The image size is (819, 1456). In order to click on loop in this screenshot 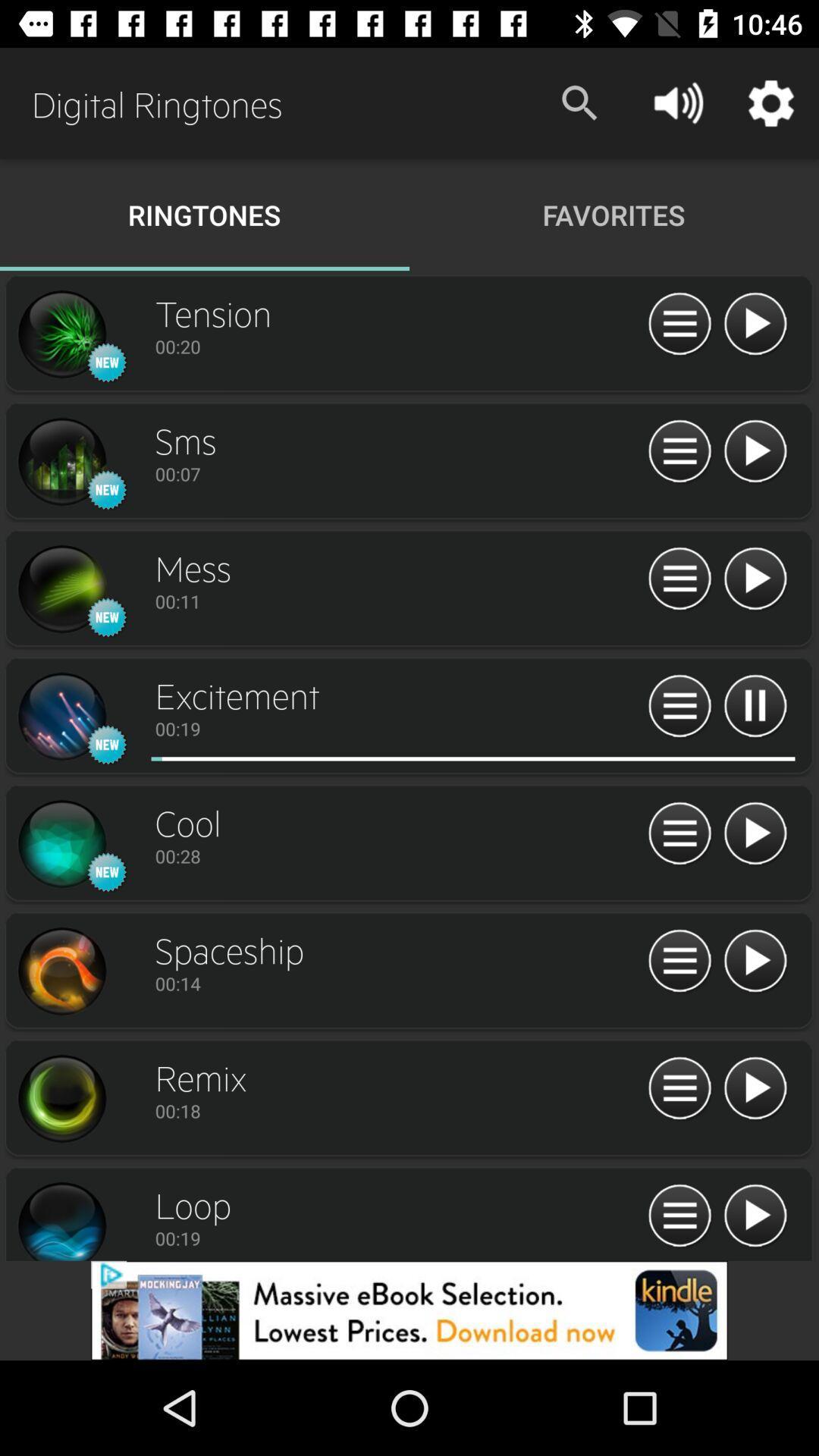, I will do `click(61, 1219)`.